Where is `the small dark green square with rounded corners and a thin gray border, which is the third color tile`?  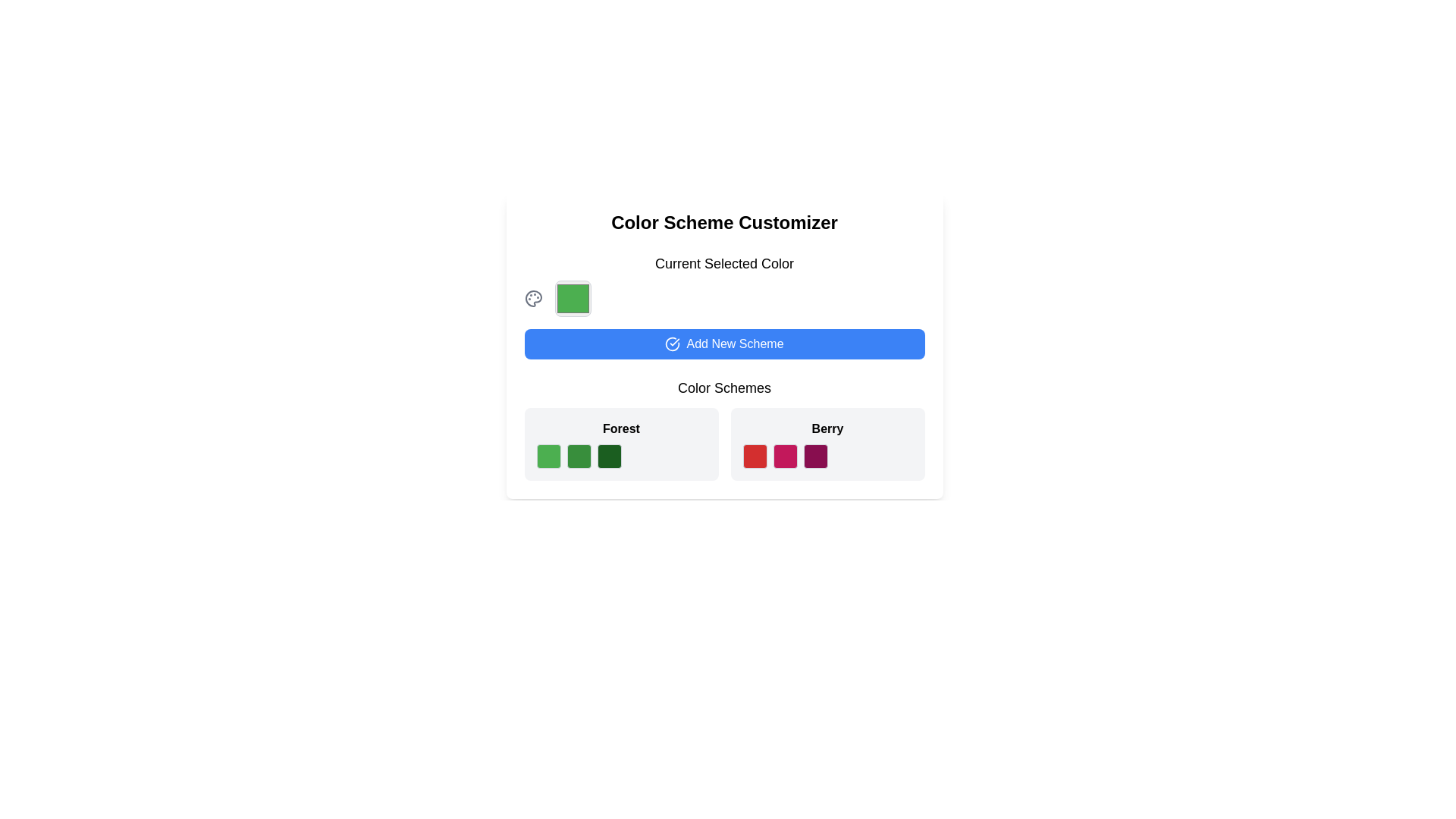 the small dark green square with rounded corners and a thin gray border, which is the third color tile is located at coordinates (621, 455).